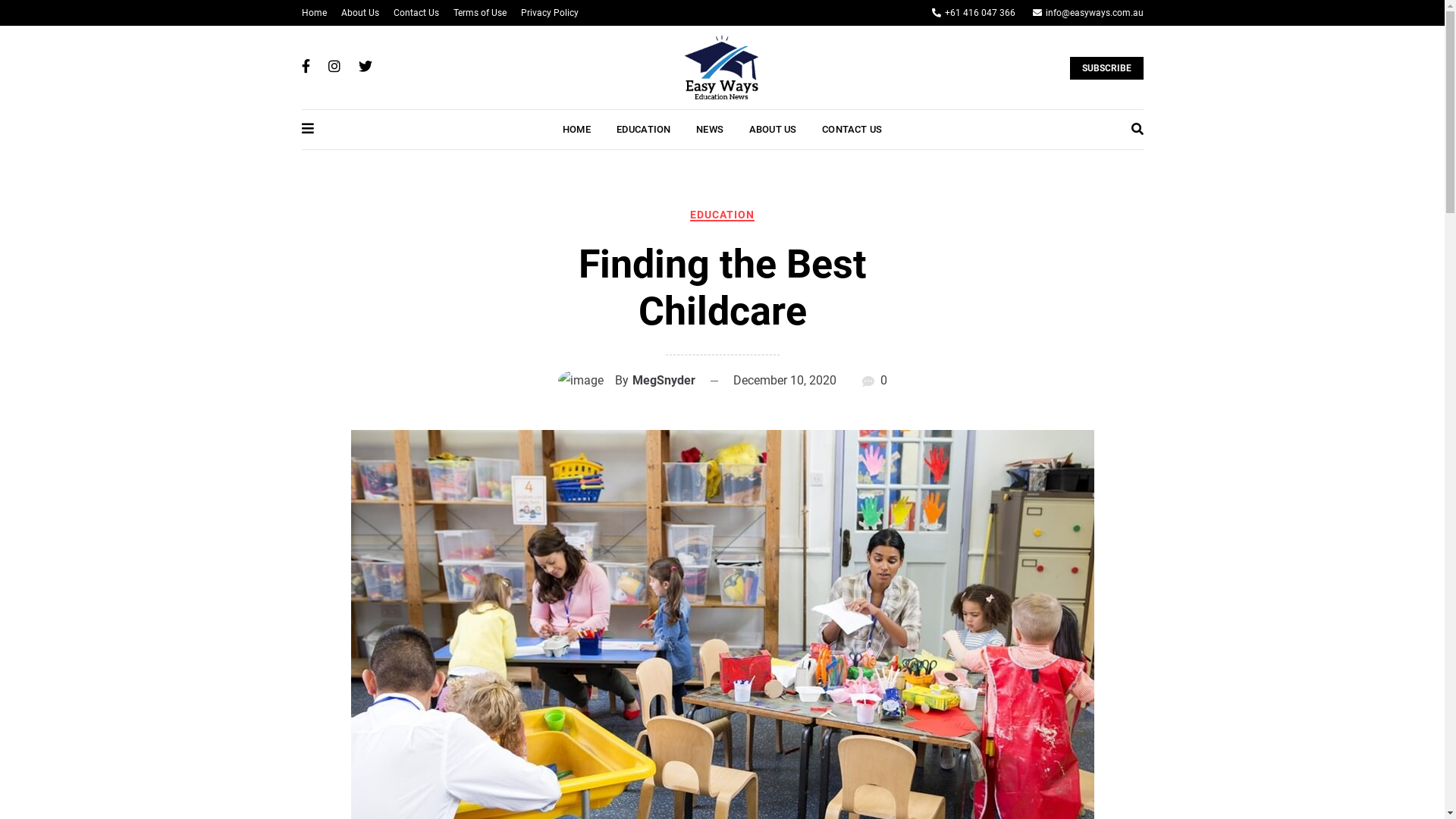 The height and width of the screenshot is (819, 1456). Describe the element at coordinates (720, 66) in the screenshot. I see `'Logo'` at that location.